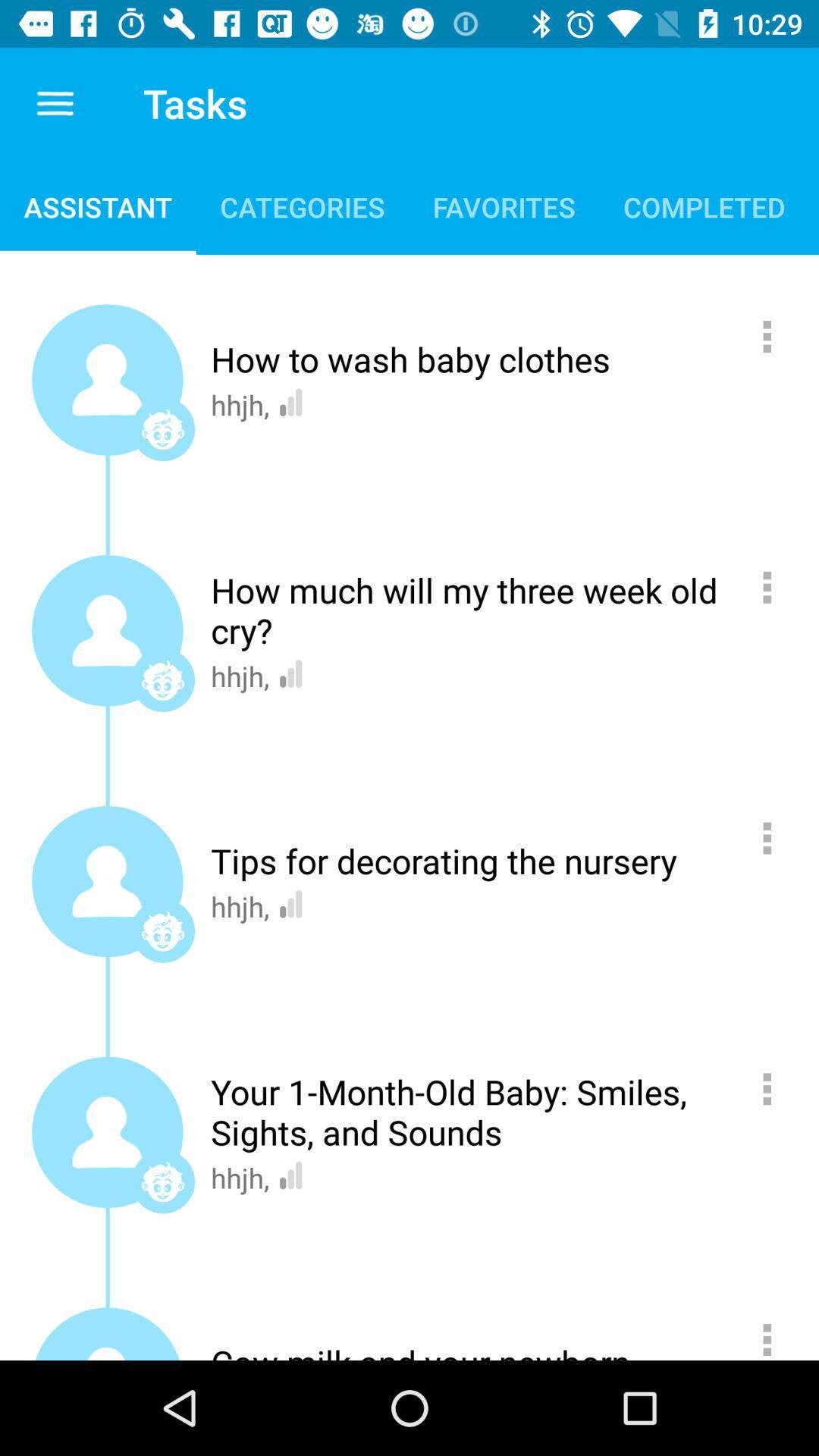 The height and width of the screenshot is (1456, 819). What do you see at coordinates (775, 1333) in the screenshot?
I see `open option menu` at bounding box center [775, 1333].